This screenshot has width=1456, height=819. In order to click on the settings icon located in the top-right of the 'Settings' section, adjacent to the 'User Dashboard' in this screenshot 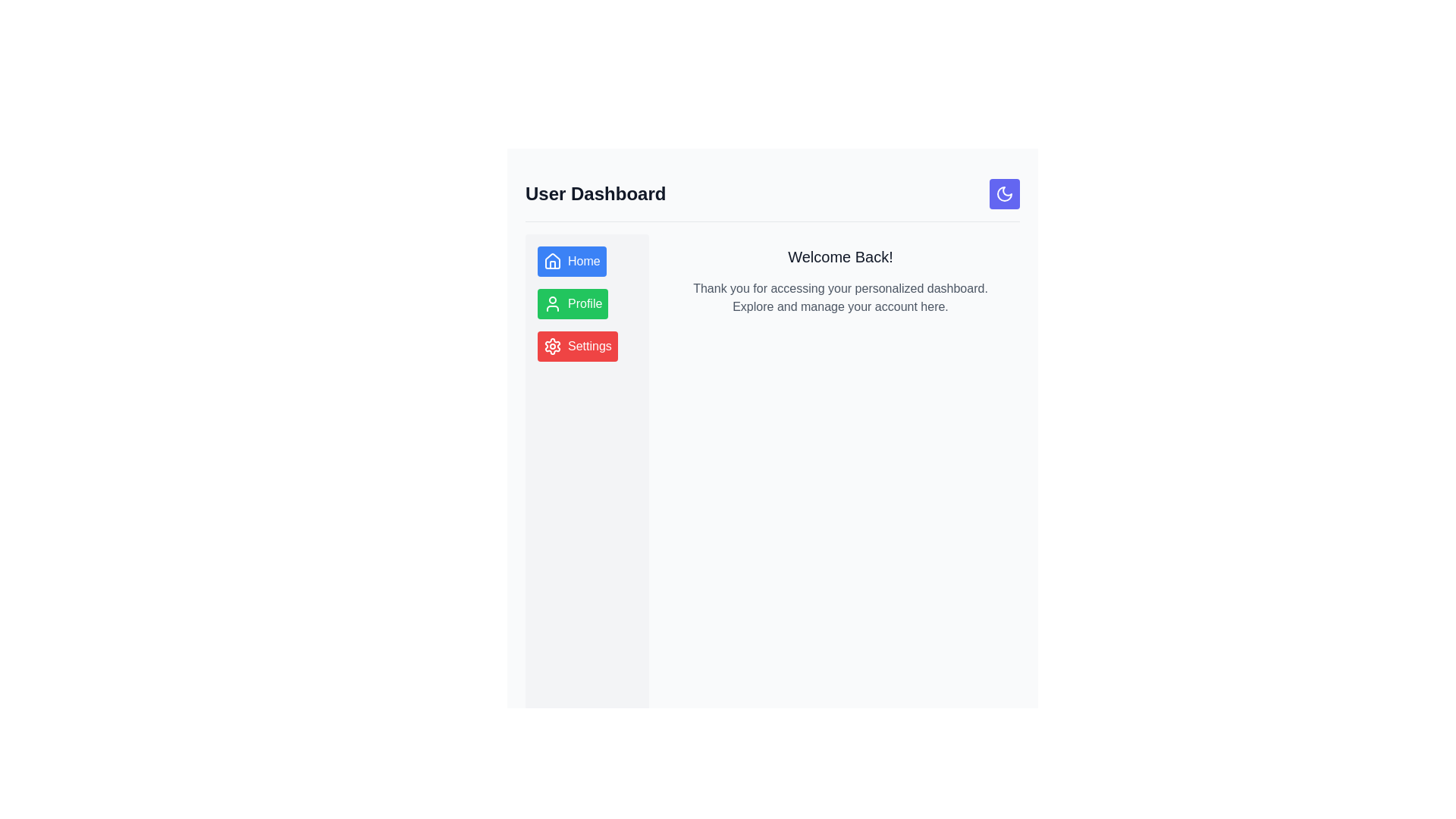, I will do `click(552, 346)`.